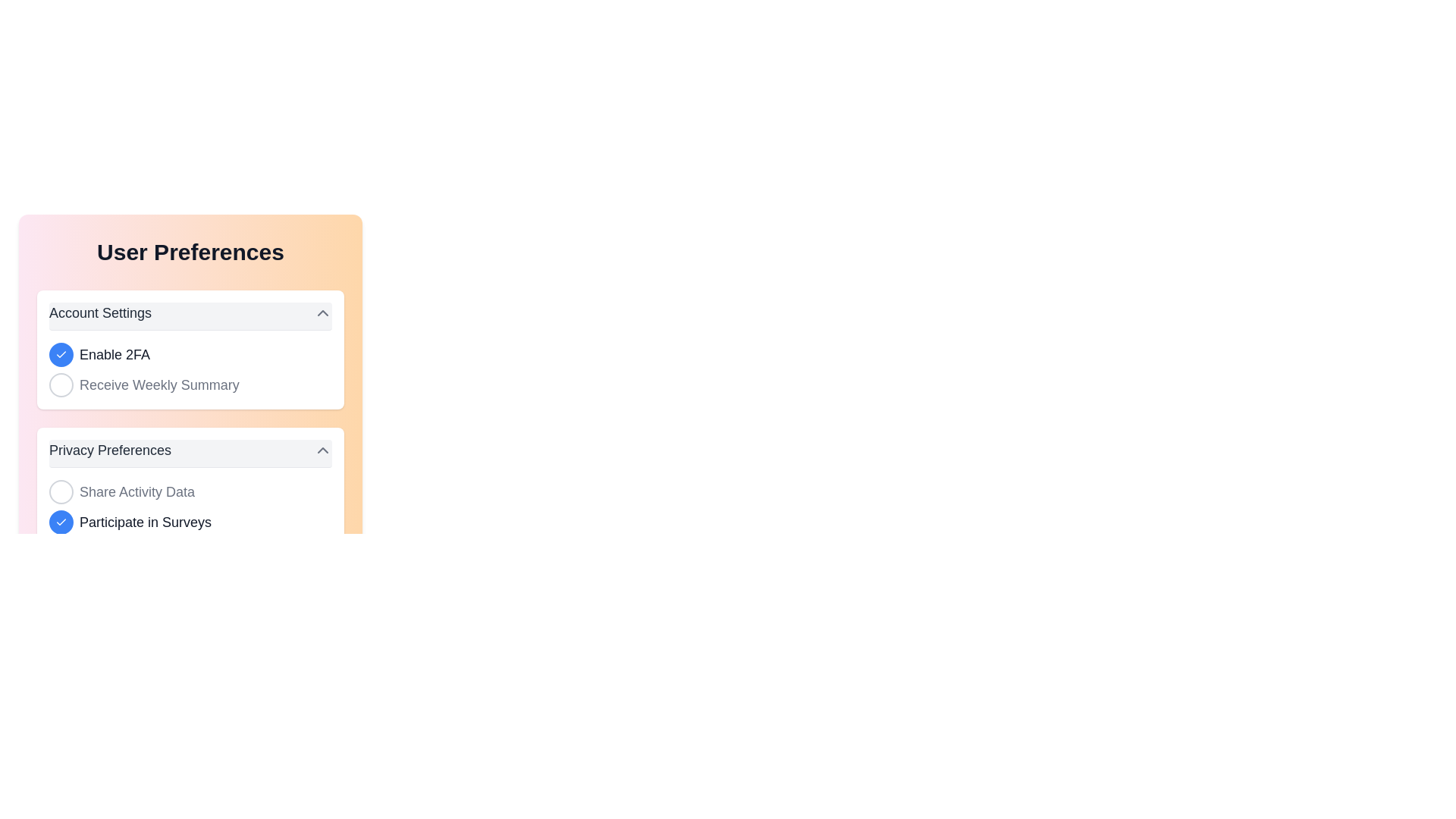  I want to click on the circular checkbox with a blue background and white checkmark icon located, so click(61, 522).